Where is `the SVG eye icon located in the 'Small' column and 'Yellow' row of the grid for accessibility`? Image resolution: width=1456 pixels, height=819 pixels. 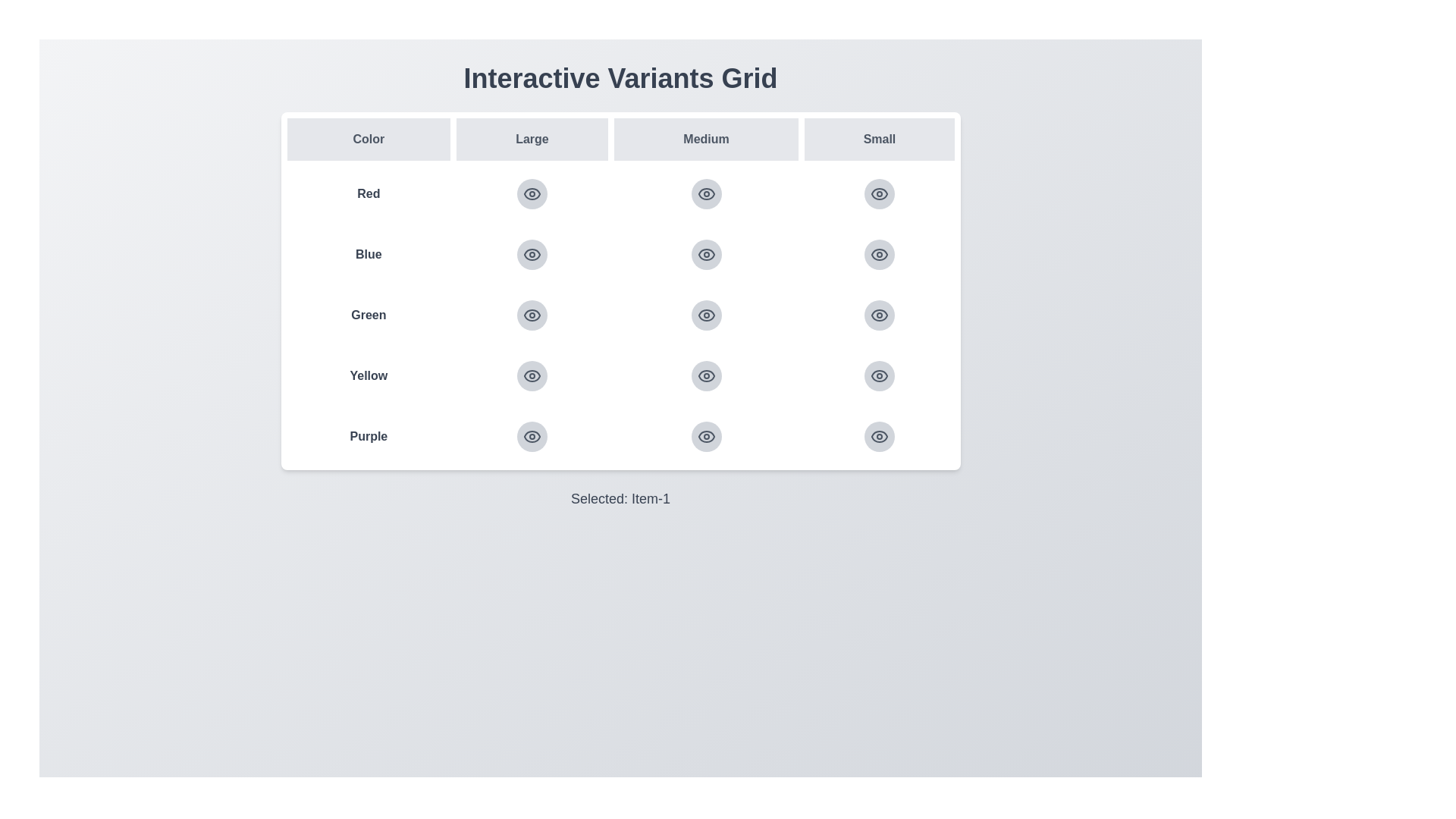
the SVG eye icon located in the 'Small' column and 'Yellow' row of the grid for accessibility is located at coordinates (880, 375).